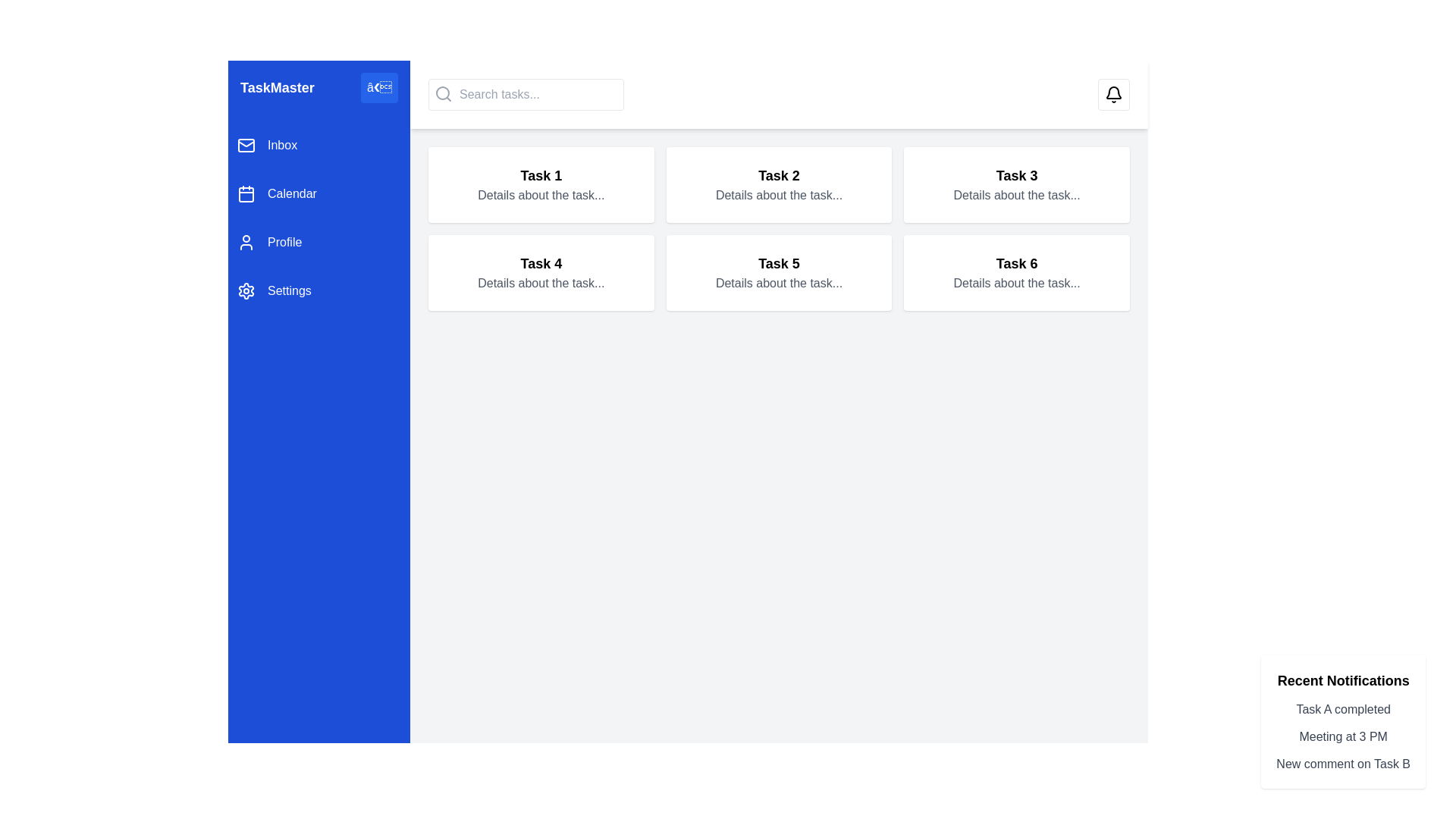 The width and height of the screenshot is (1456, 819). Describe the element at coordinates (541, 195) in the screenshot. I see `the text UI element displaying 'Details about the task...' which is styled in light gray and positioned below the bold text 'Task 1' in the upper-left corner of the grid layout` at that location.